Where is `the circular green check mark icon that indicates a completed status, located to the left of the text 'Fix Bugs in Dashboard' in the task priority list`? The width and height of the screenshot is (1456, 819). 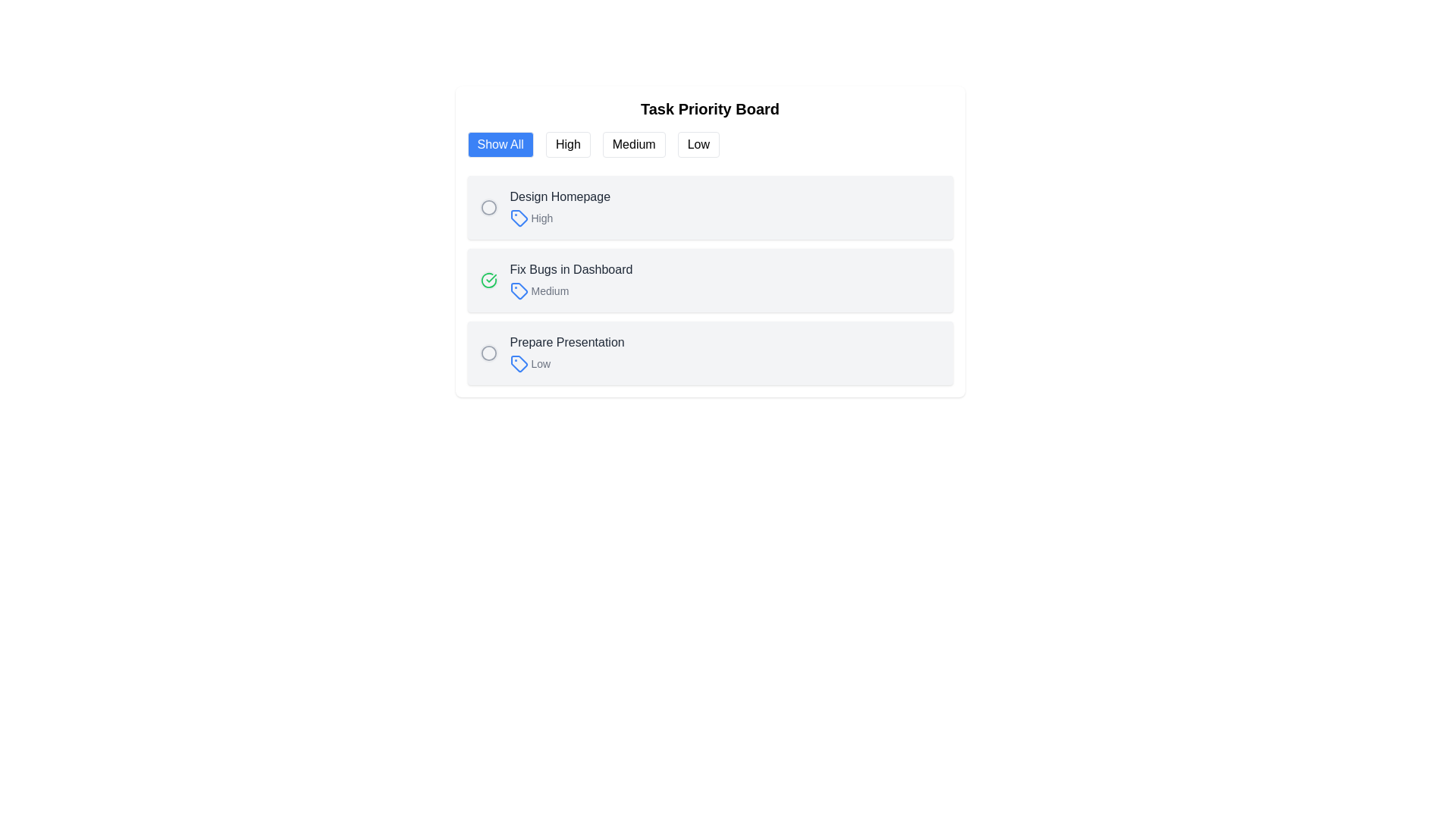
the circular green check mark icon that indicates a completed status, located to the left of the text 'Fix Bugs in Dashboard' in the task priority list is located at coordinates (488, 281).